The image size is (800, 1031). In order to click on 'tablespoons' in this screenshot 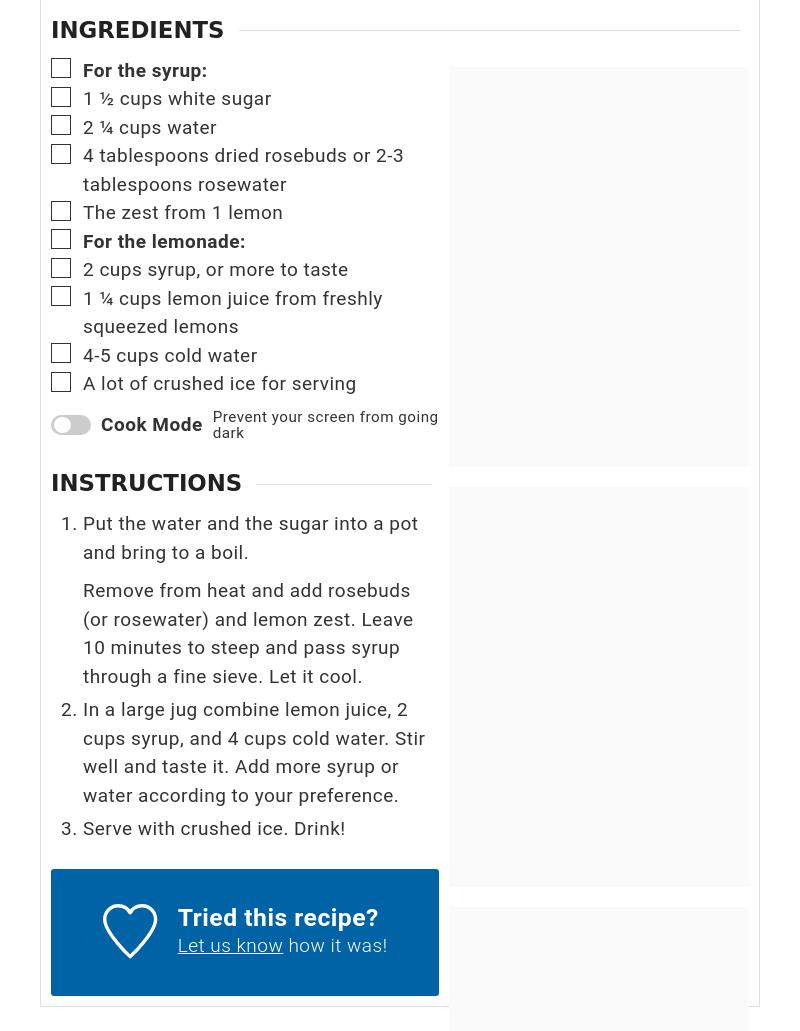, I will do `click(154, 154)`.